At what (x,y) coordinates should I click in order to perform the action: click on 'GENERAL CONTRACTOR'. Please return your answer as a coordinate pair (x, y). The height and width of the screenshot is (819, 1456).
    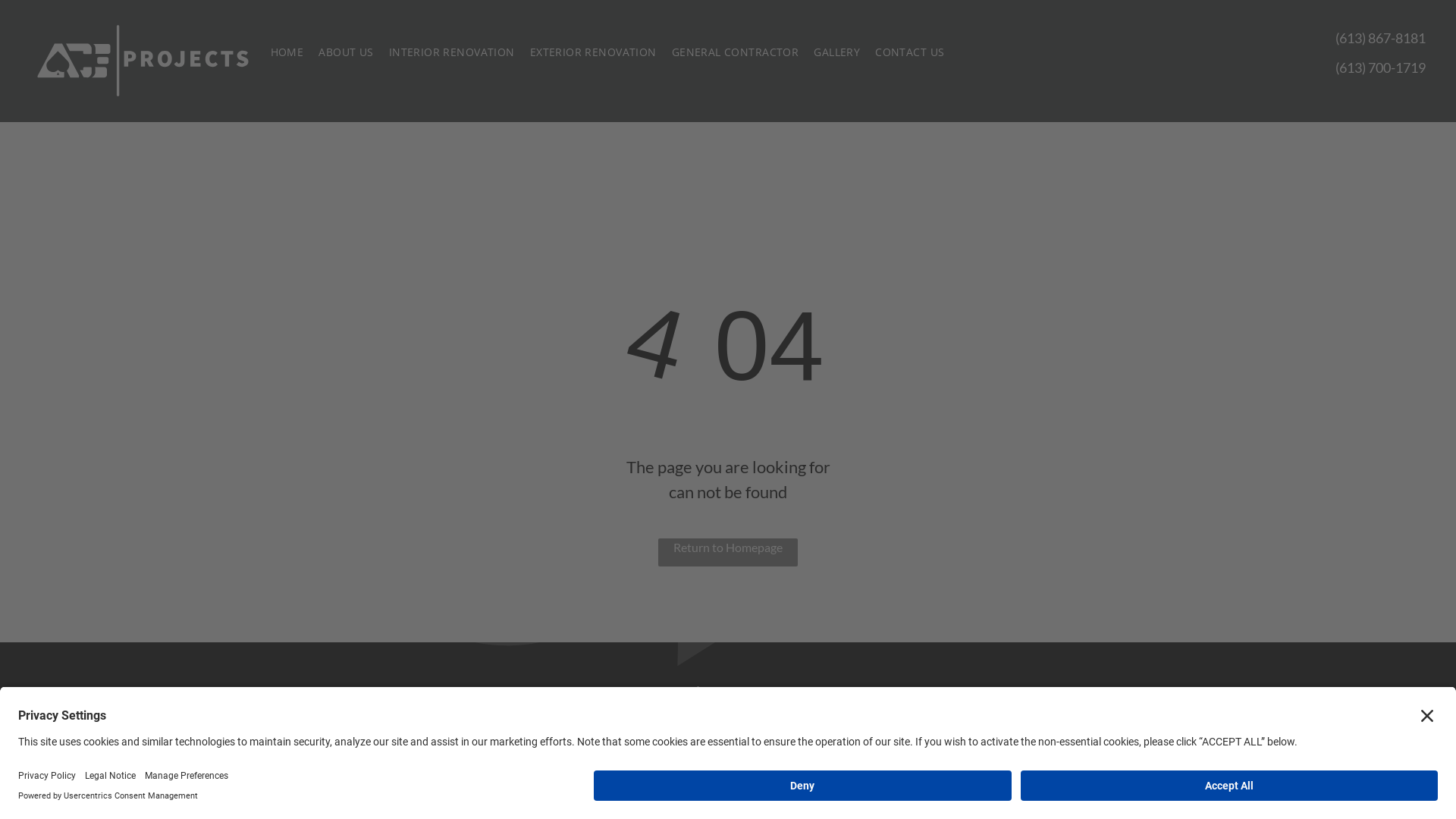
    Looking at the image, I should click on (664, 51).